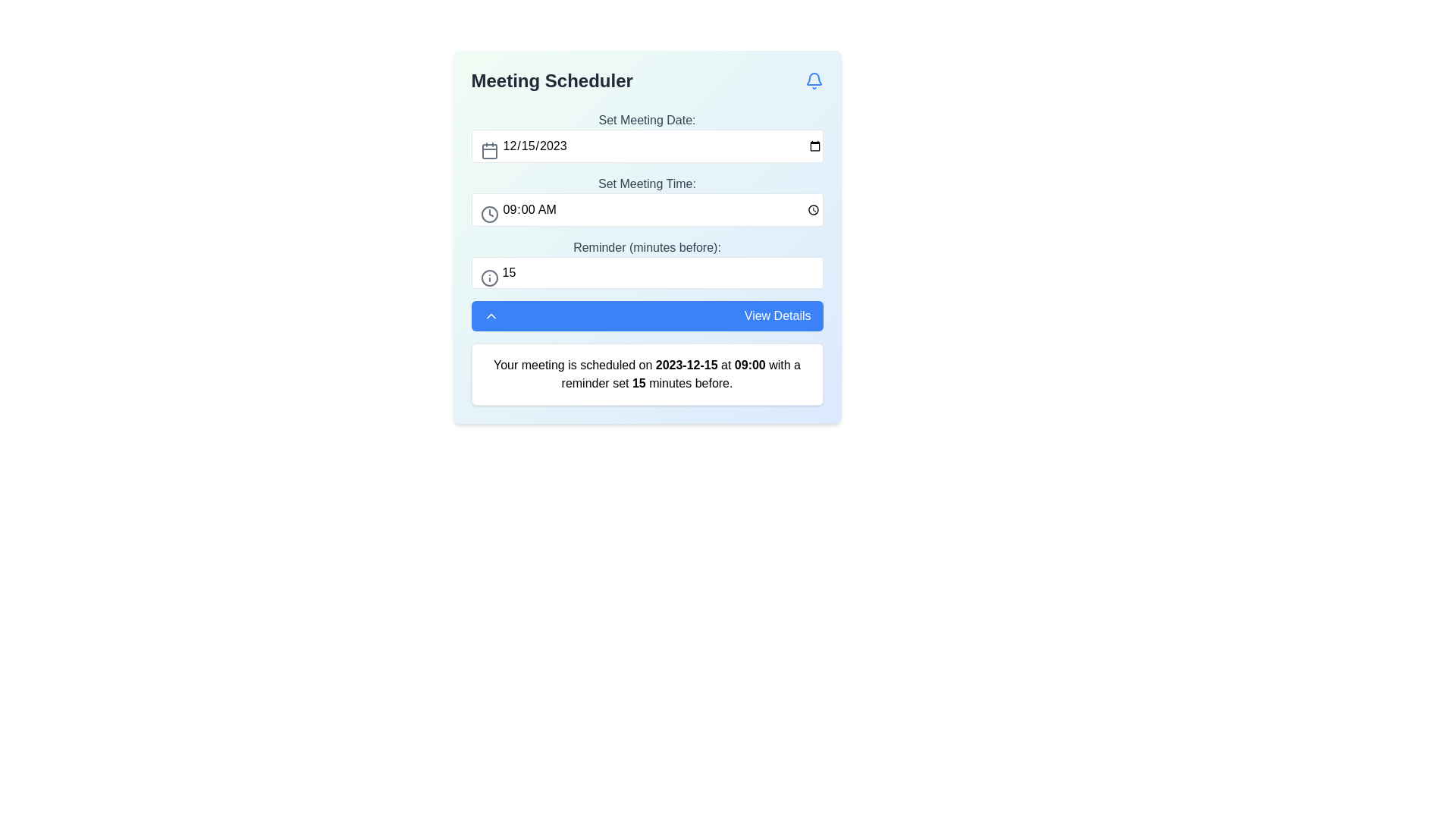 Image resolution: width=1456 pixels, height=819 pixels. Describe the element at coordinates (491, 315) in the screenshot. I see `the upwards-pointing chevron icon located to the left of the 'View Details' button` at that location.